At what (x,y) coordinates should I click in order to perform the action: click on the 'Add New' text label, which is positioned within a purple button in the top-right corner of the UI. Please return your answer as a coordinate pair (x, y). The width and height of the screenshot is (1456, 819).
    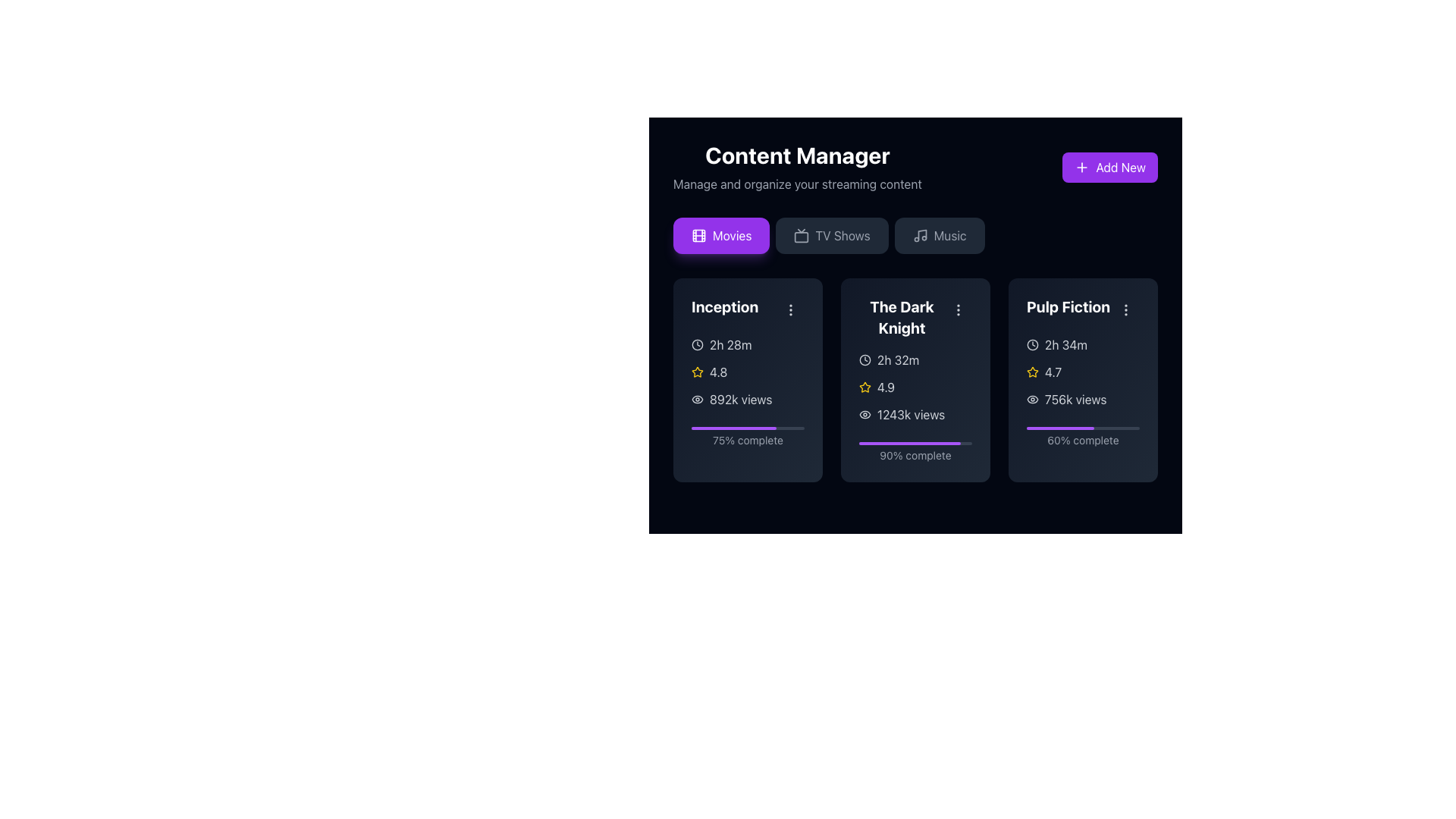
    Looking at the image, I should click on (1121, 167).